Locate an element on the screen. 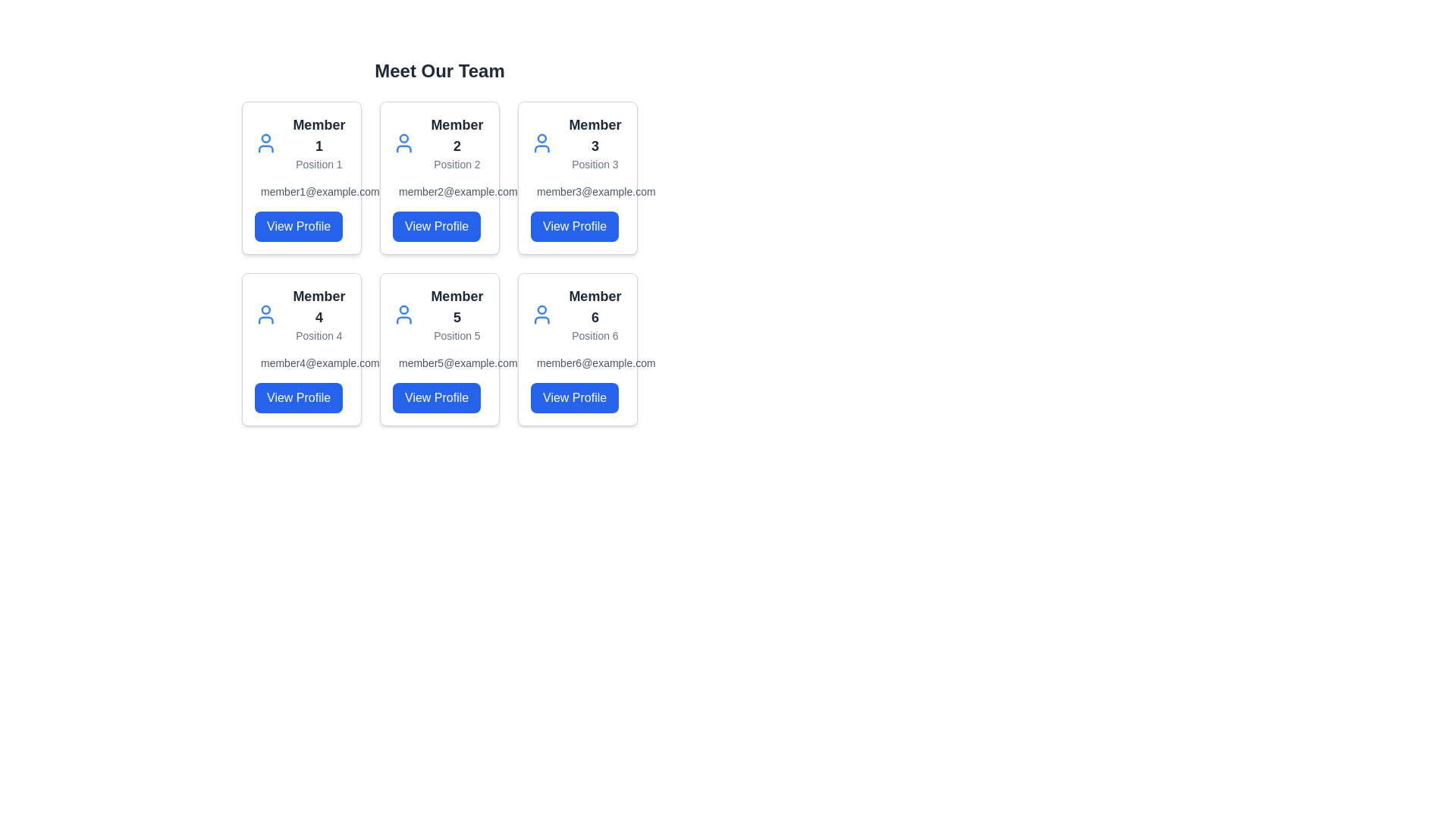 The image size is (1456, 819). the 'View Profile' button, which is a rectangular button with rounded corners, styled in blue with white text, located at the bottom of Member 1's card is located at coordinates (299, 227).